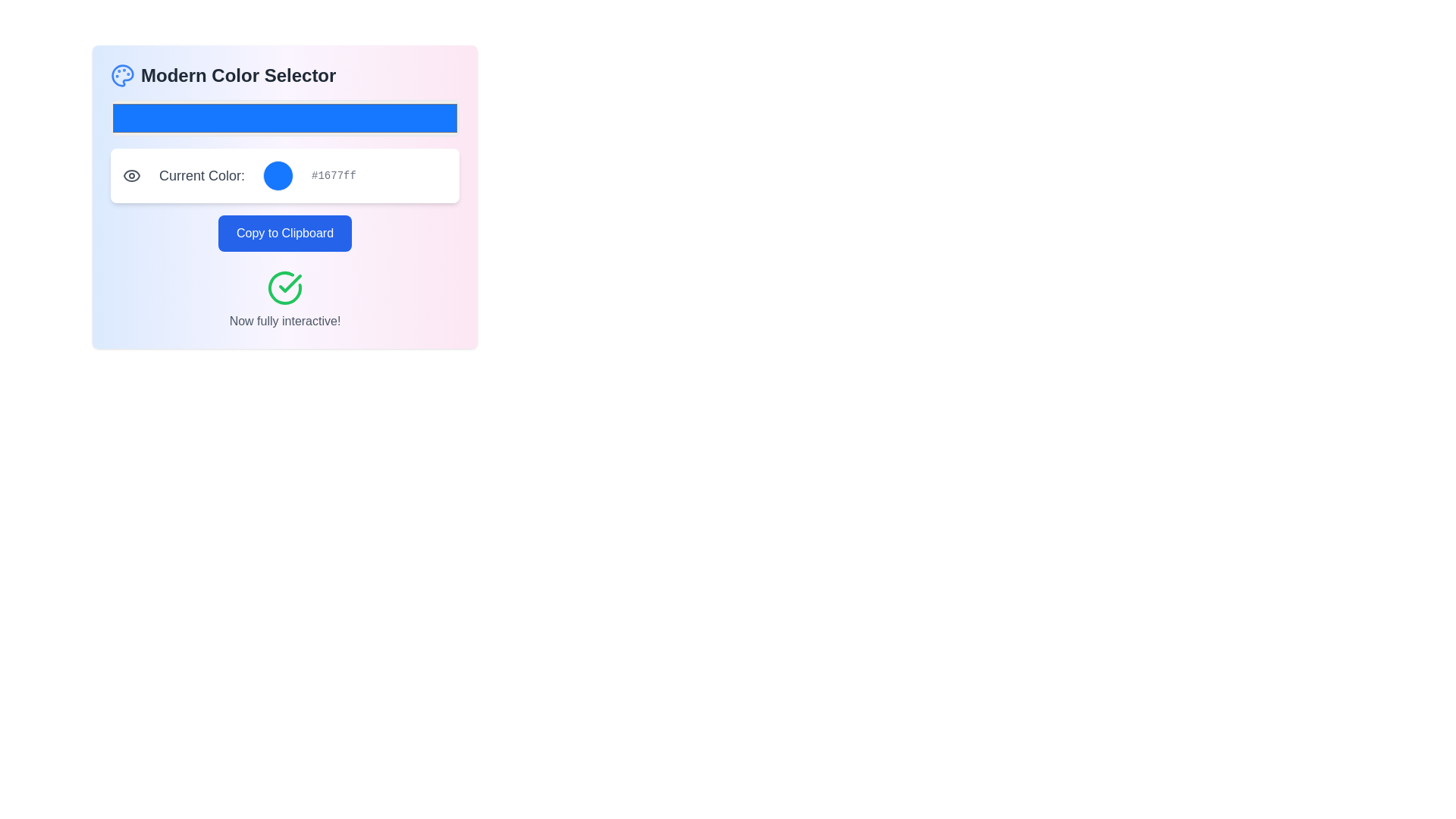 This screenshot has width=1456, height=819. What do you see at coordinates (284, 234) in the screenshot?
I see `the 'Copy to Clipboard' button with a blue background and white text to change its background color` at bounding box center [284, 234].